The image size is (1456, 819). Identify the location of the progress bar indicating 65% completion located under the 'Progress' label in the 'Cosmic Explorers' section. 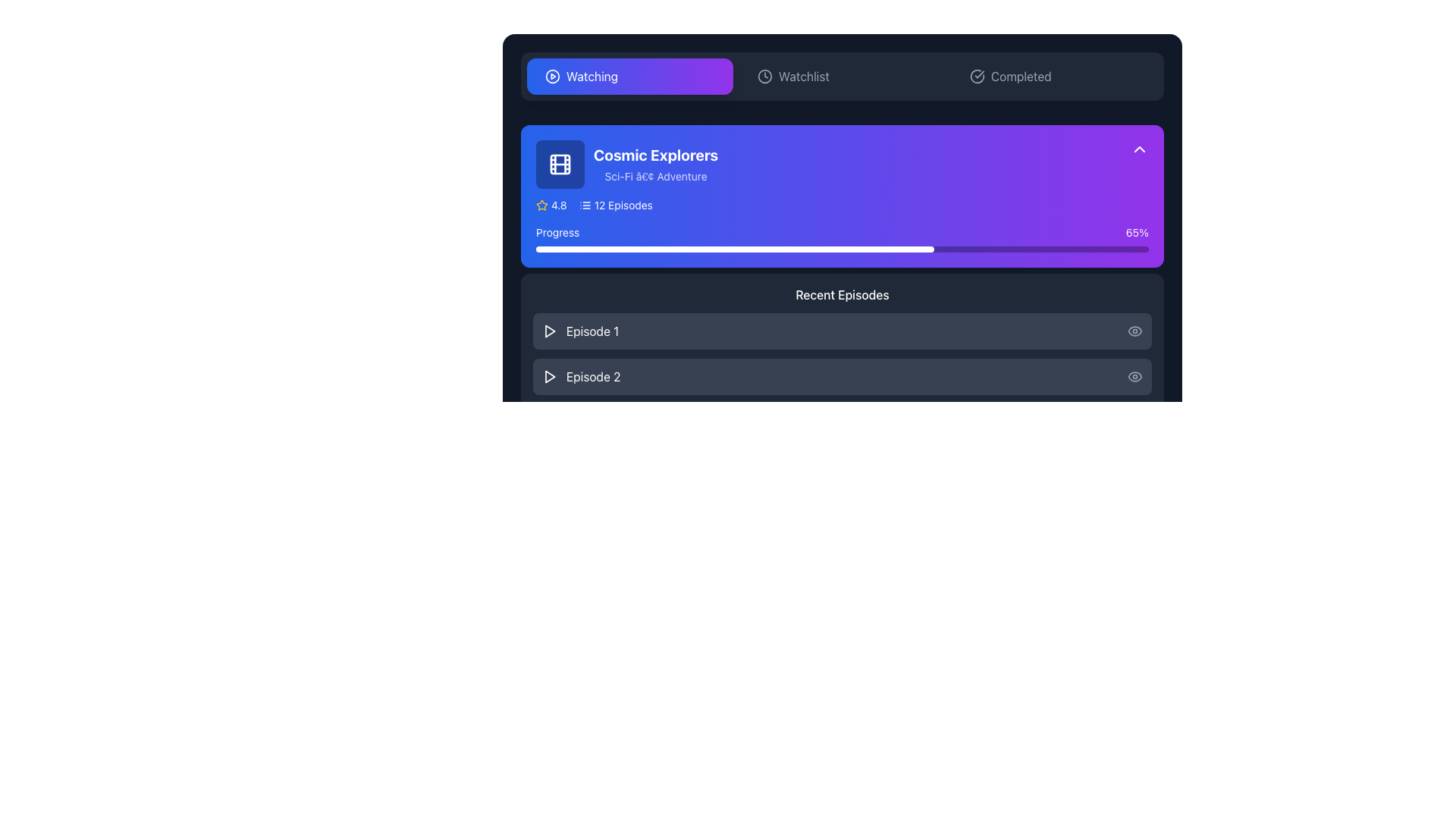
(841, 248).